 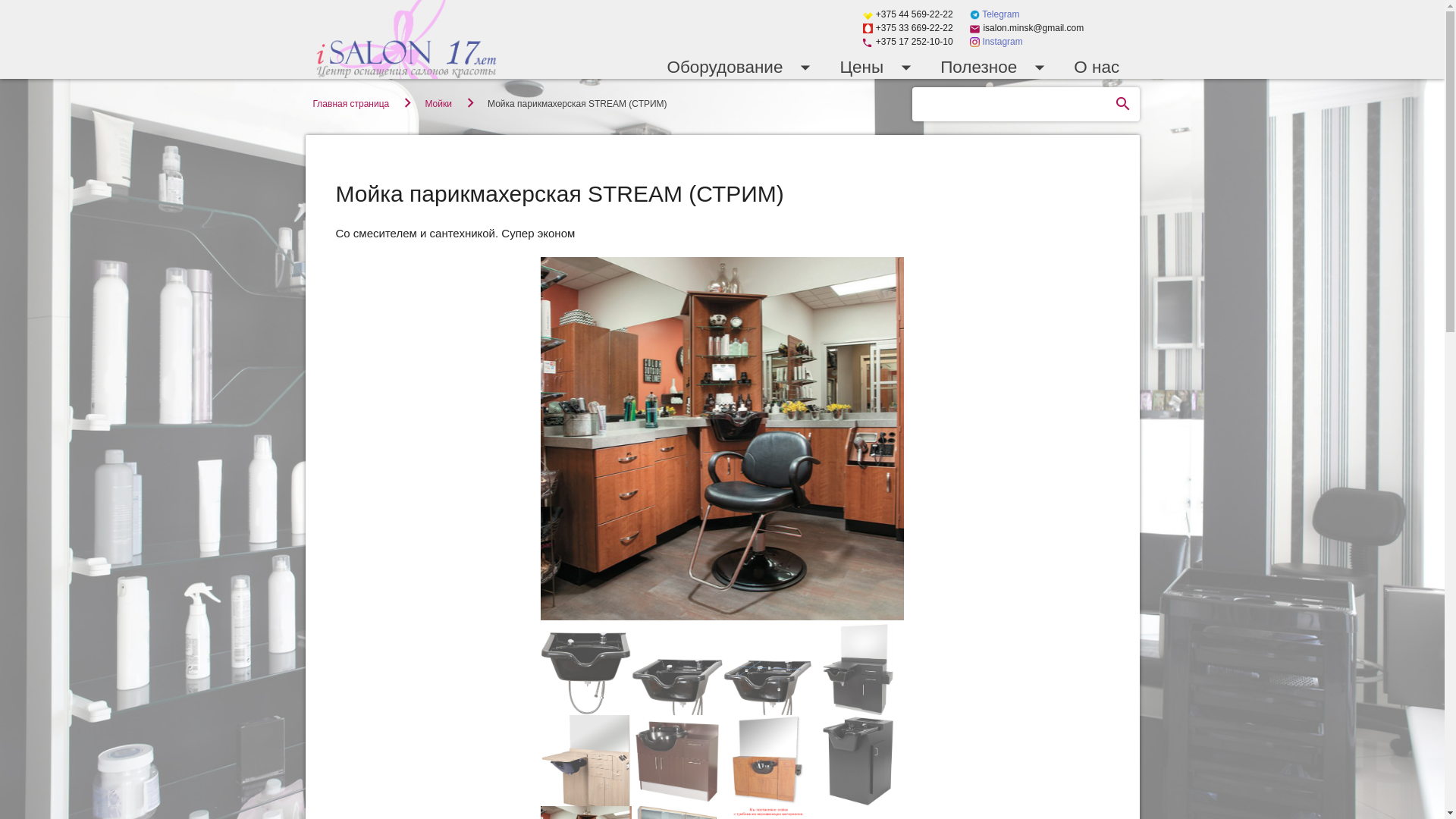 I want to click on 'iSalon', so click(x=406, y=38).